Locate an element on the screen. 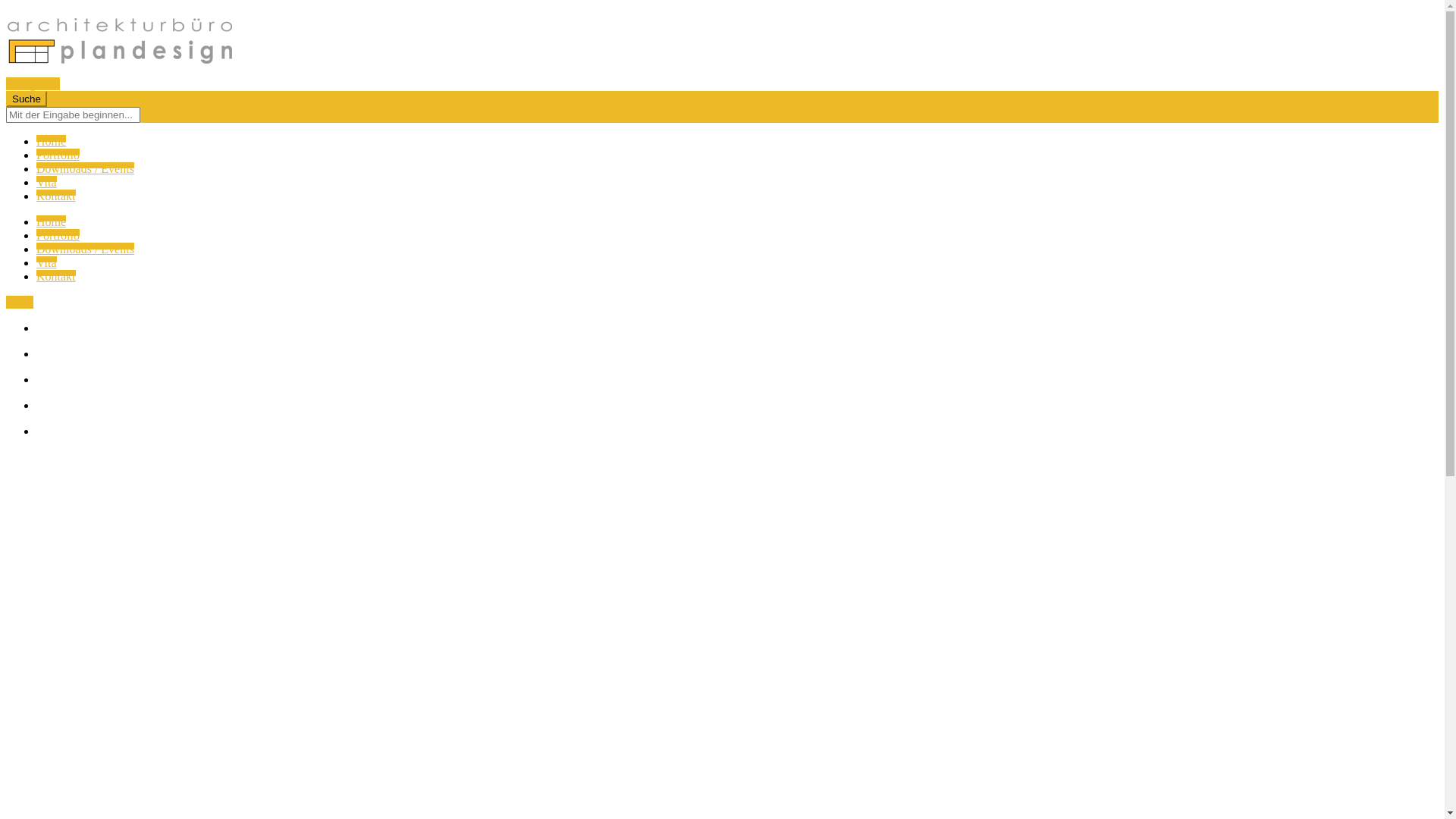 This screenshot has width=1456, height=819. 'Vita' is located at coordinates (46, 181).